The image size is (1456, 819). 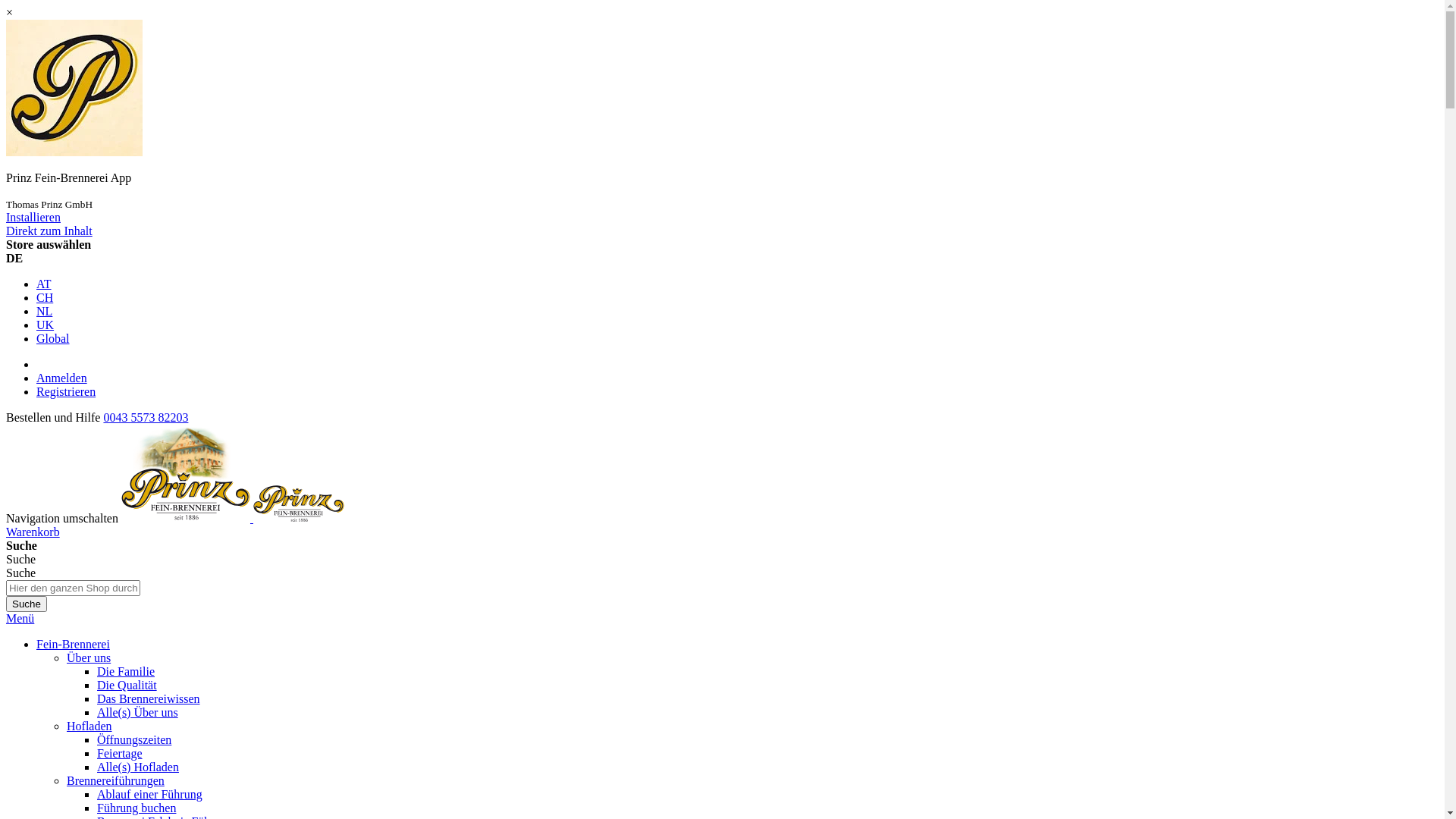 What do you see at coordinates (53, 337) in the screenshot?
I see `'Global'` at bounding box center [53, 337].